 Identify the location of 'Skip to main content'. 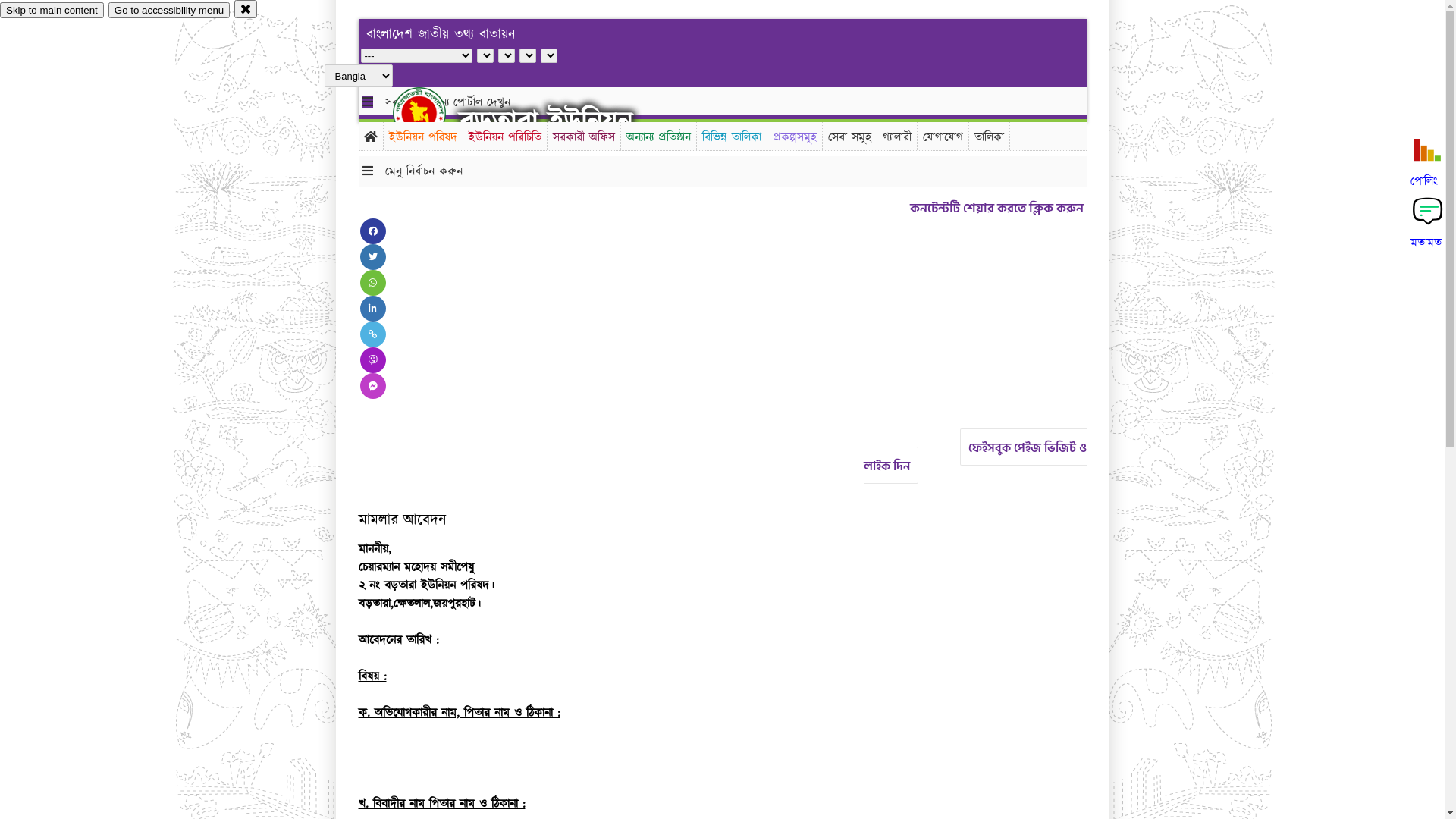
(52, 10).